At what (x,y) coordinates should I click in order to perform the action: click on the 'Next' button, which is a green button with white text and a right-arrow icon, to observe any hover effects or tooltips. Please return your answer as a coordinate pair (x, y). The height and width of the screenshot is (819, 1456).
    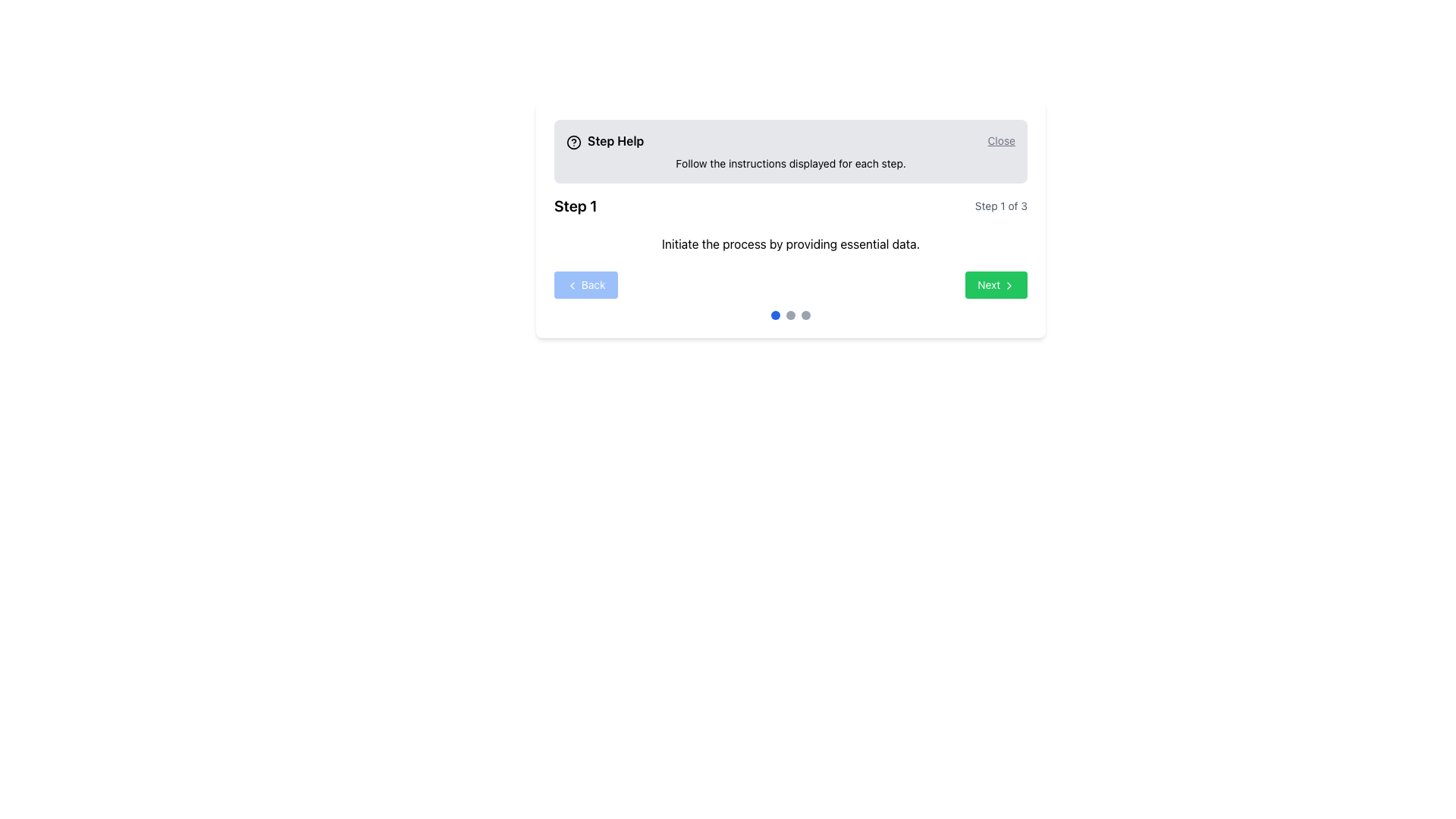
    Looking at the image, I should click on (996, 284).